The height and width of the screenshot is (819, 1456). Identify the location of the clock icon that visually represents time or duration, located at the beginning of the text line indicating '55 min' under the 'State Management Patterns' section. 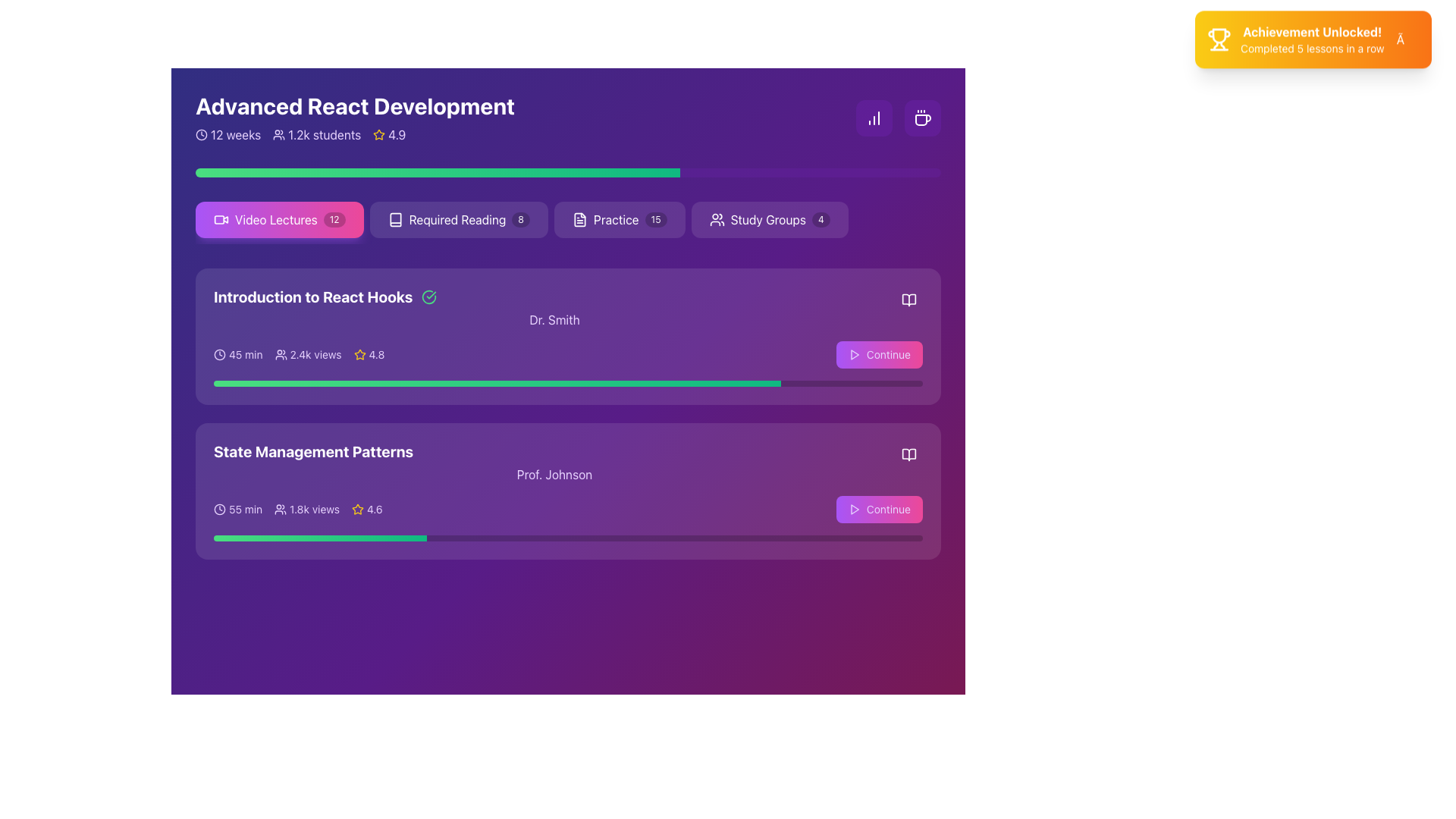
(218, 509).